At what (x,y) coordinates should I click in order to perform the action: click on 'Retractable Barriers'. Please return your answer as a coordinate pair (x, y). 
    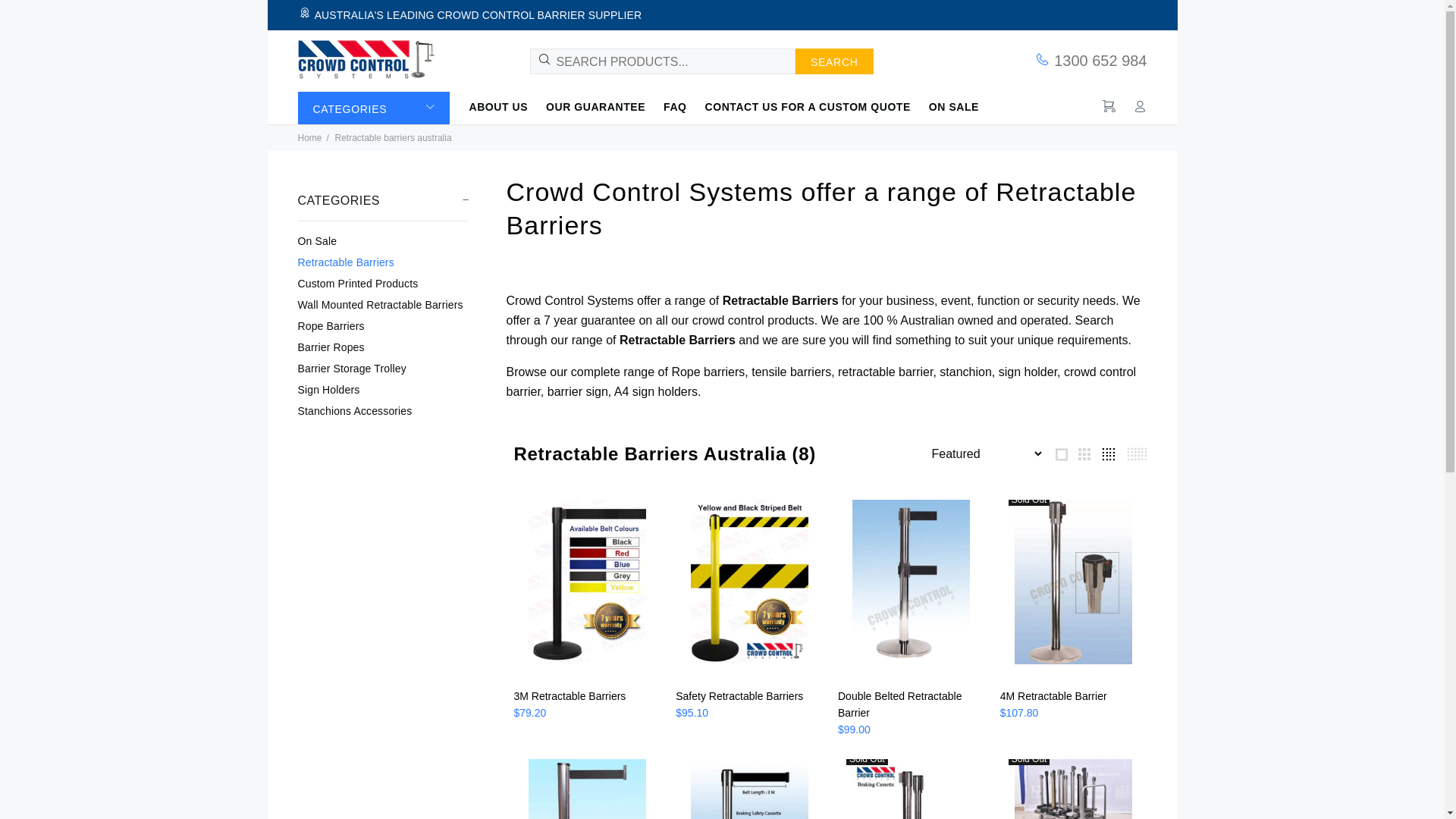
    Looking at the image, I should click on (382, 262).